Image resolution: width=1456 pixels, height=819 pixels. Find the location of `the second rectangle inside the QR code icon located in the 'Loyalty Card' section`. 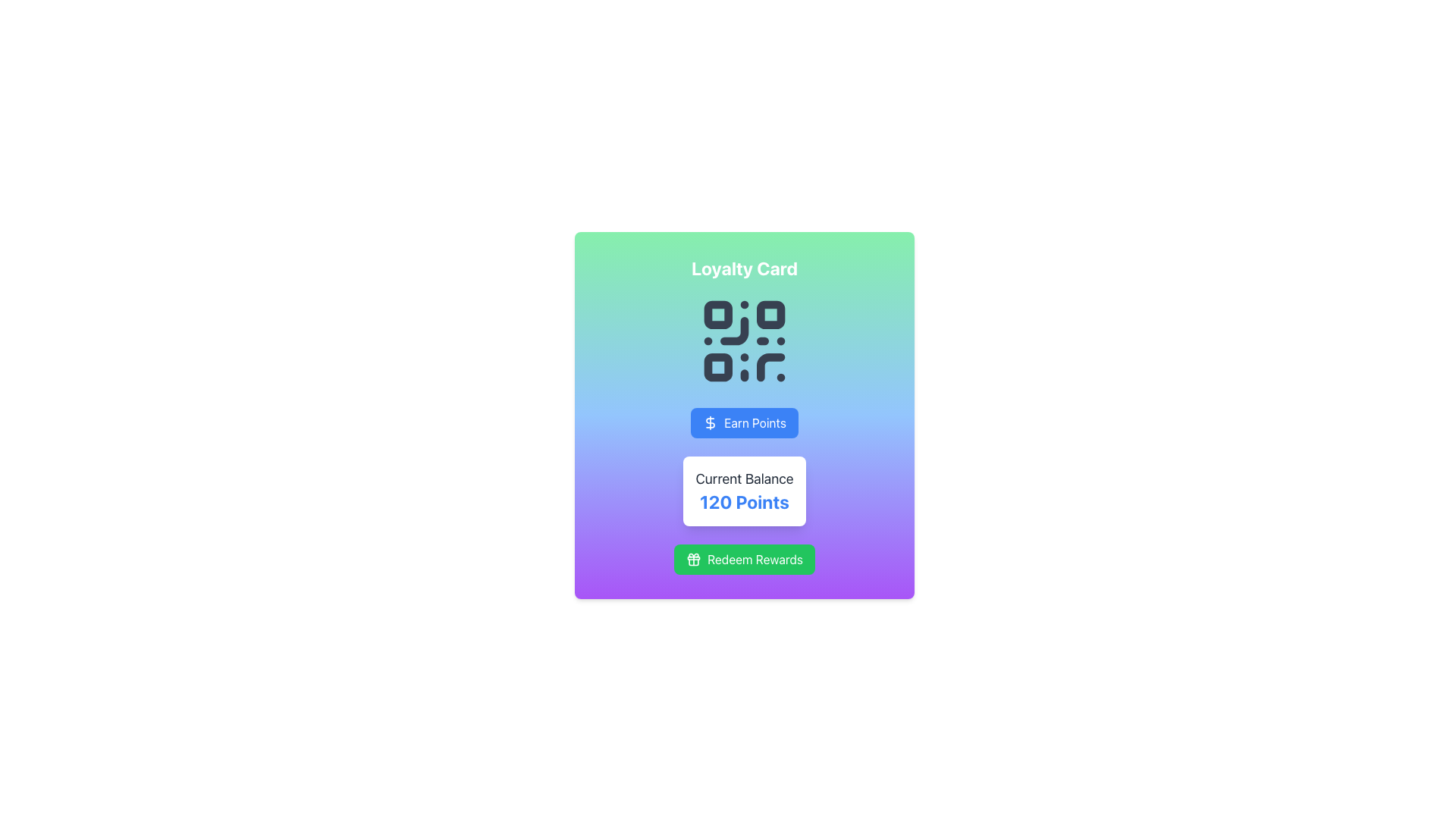

the second rectangle inside the QR code icon located in the 'Loyalty Card' section is located at coordinates (770, 314).